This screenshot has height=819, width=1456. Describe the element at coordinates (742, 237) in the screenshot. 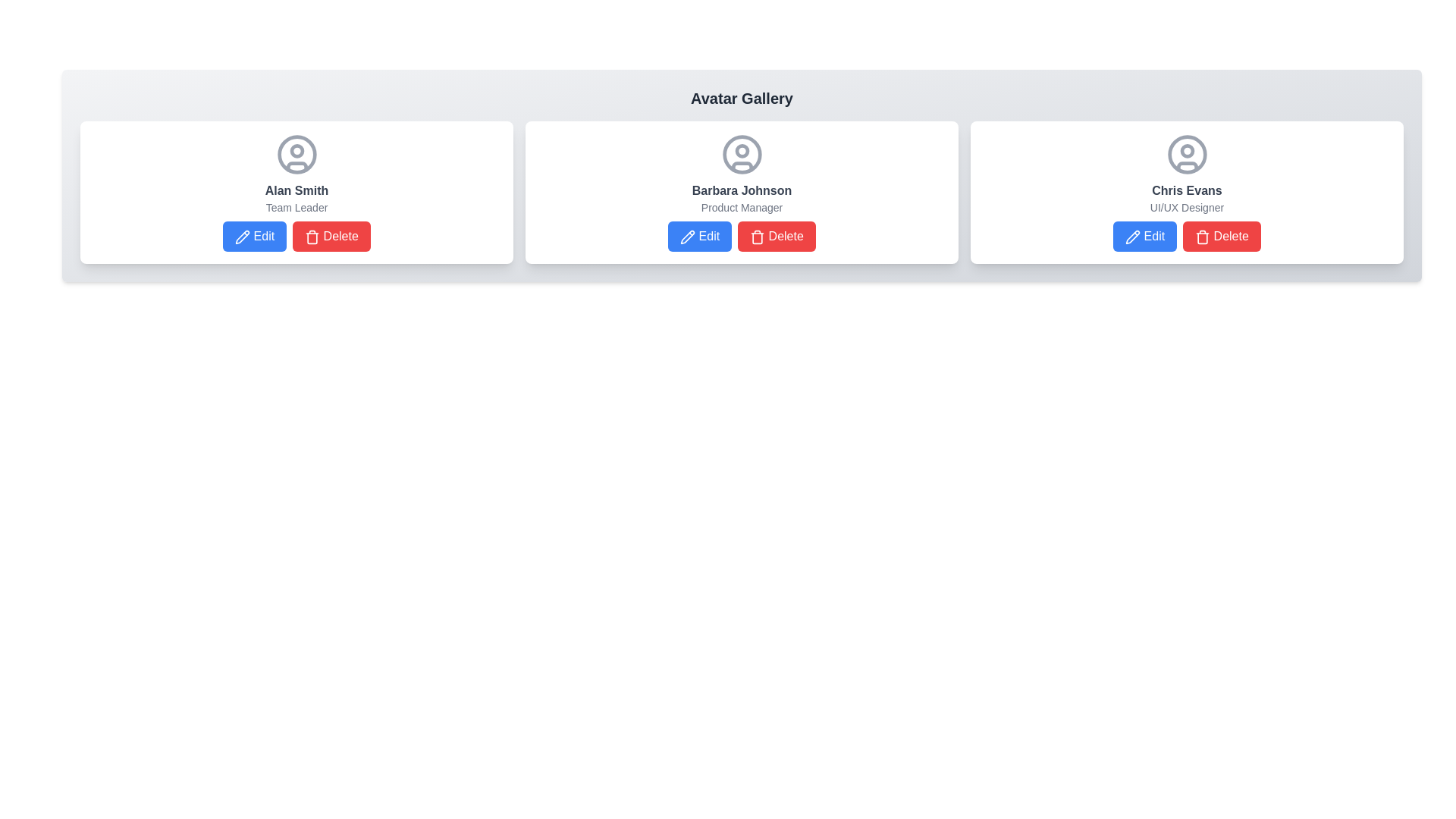

I see `the 'Delete' button located below the designation 'Product Manager' and the name 'Barbara Johnson' in the middle card of a three-card layout` at that location.